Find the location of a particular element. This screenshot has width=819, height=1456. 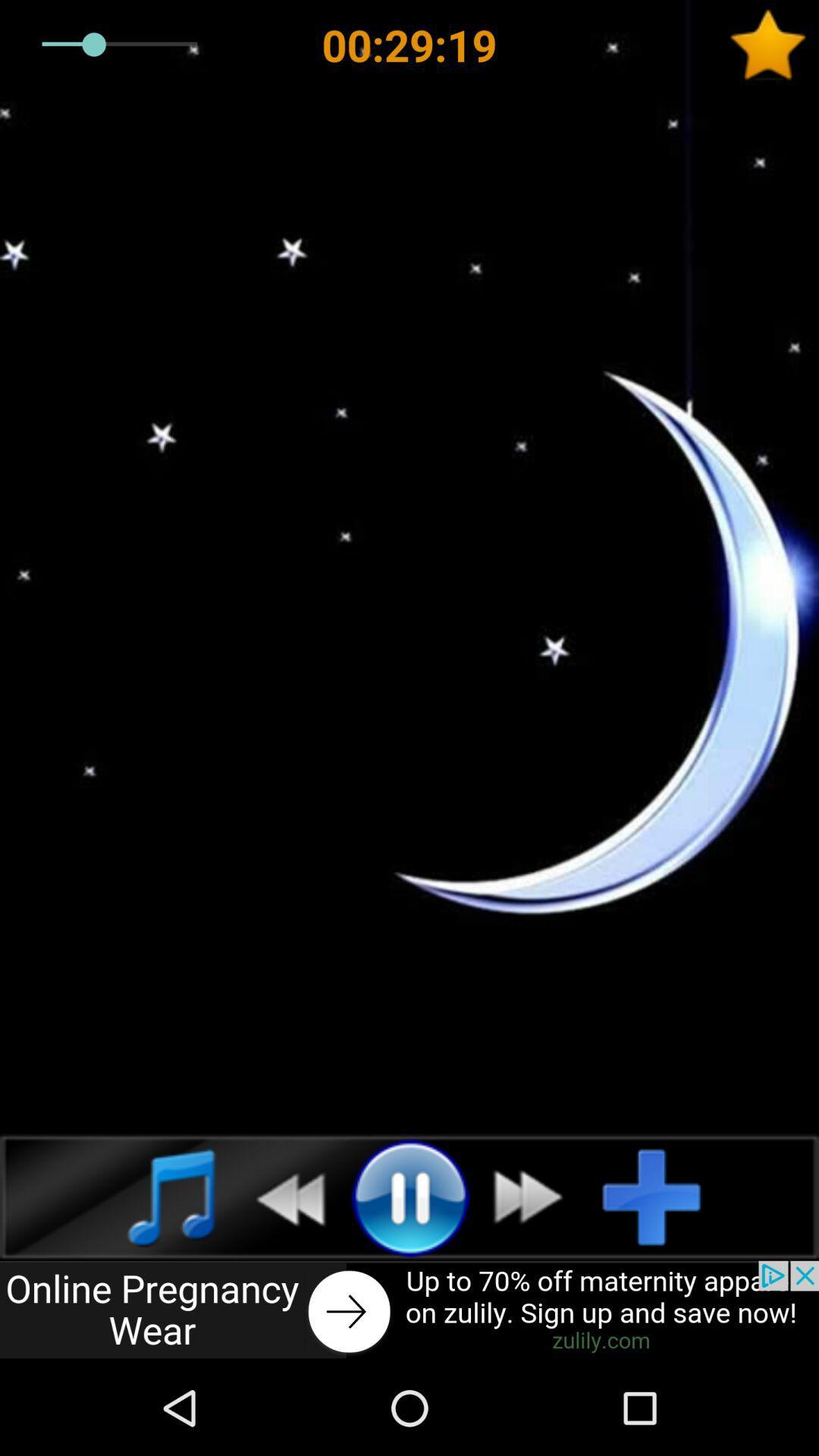

to goto previous song or music in the list is located at coordinates (281, 1196).